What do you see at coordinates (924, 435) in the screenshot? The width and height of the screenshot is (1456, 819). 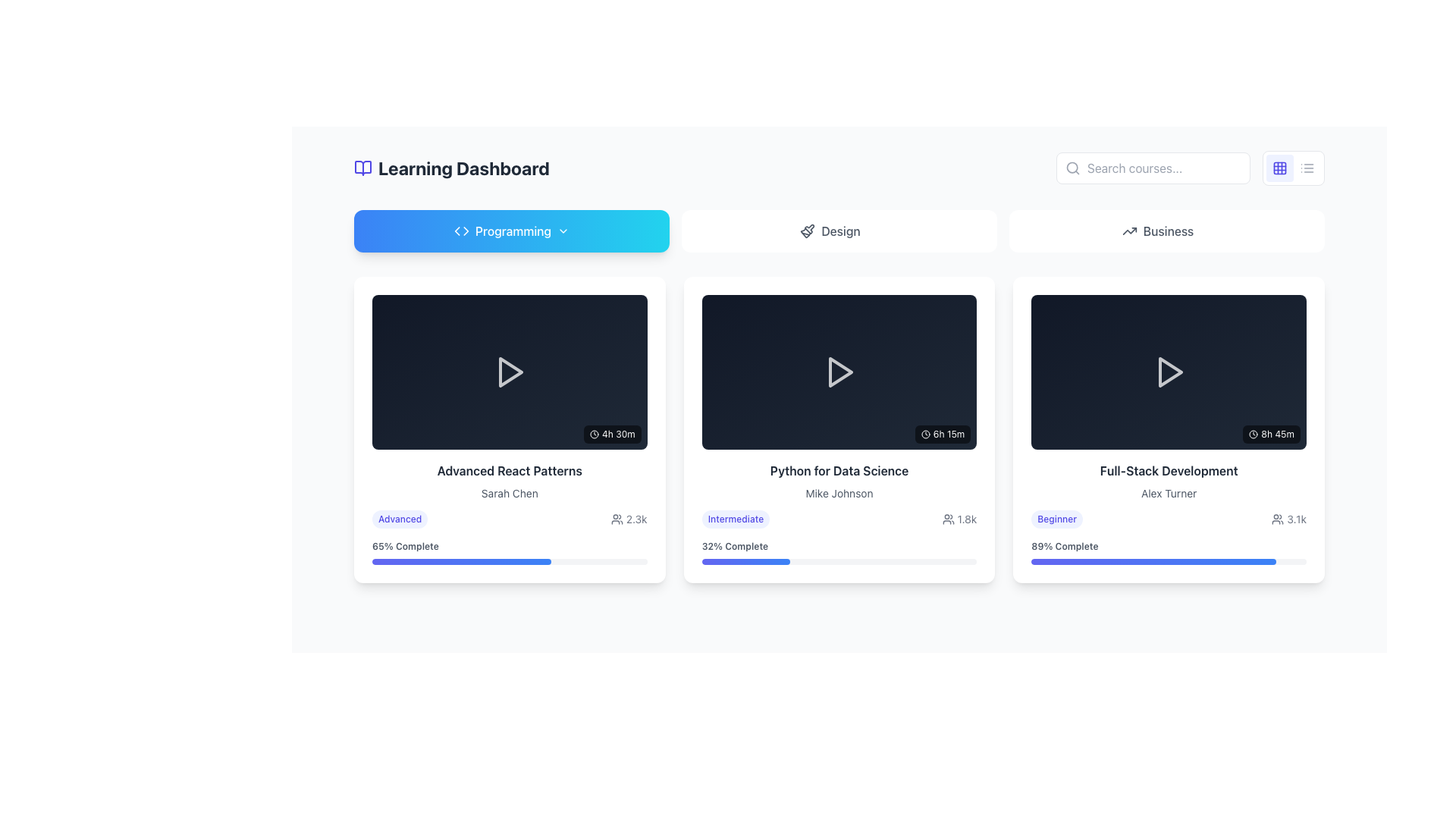 I see `the inner circle of the clock icon located within the 'Python for Data Science' card, under the video thumbnail in the bottom-right area` at bounding box center [924, 435].